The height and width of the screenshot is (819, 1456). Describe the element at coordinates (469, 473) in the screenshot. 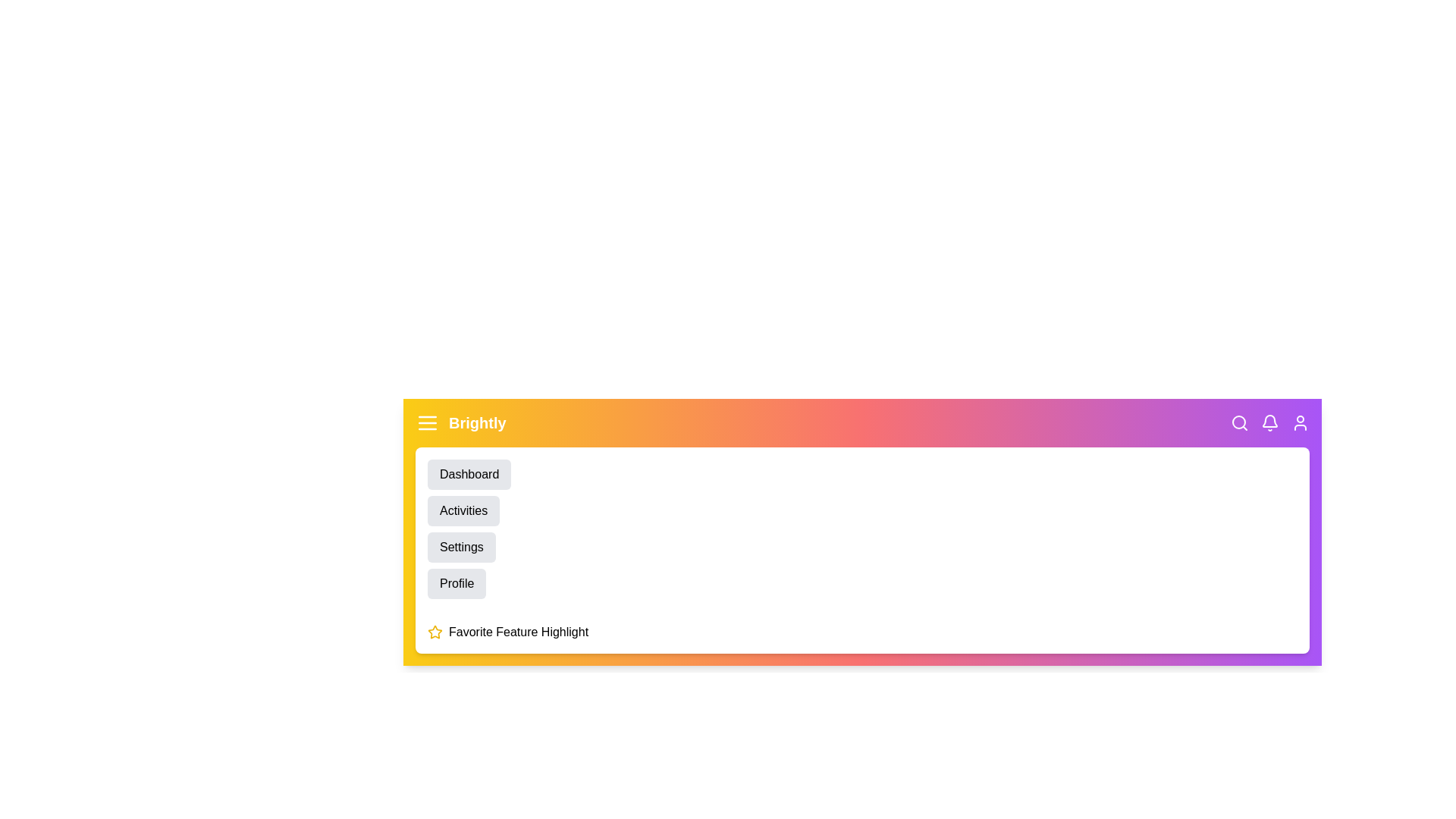

I see `the 'Dashboard' menu item` at that location.